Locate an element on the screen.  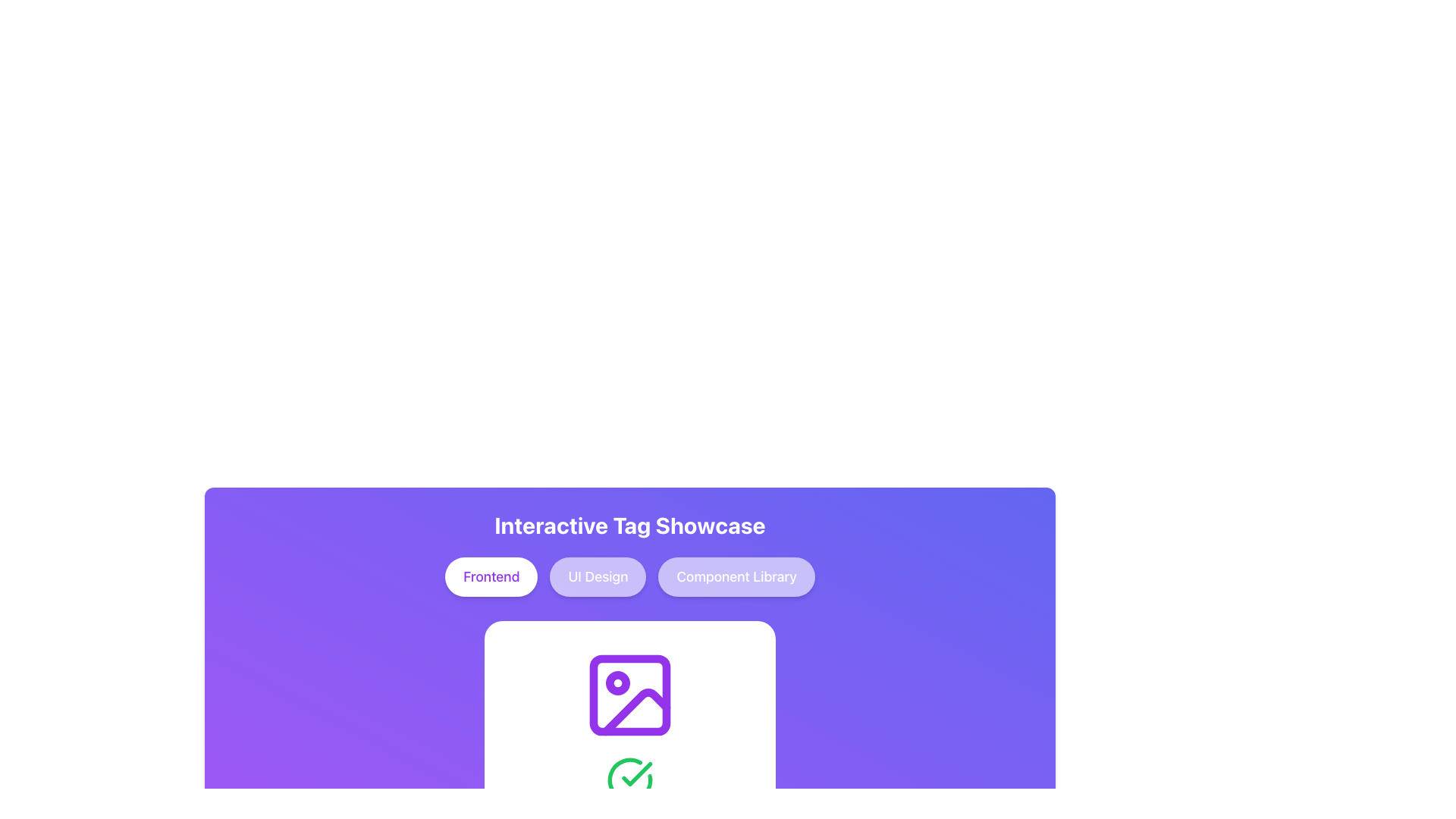
the 'UI Design' button, which is a rounded rectangle with a semi-transparent white overlay and white text, located between the 'Frontend' and 'Component Library' buttons is located at coordinates (597, 576).